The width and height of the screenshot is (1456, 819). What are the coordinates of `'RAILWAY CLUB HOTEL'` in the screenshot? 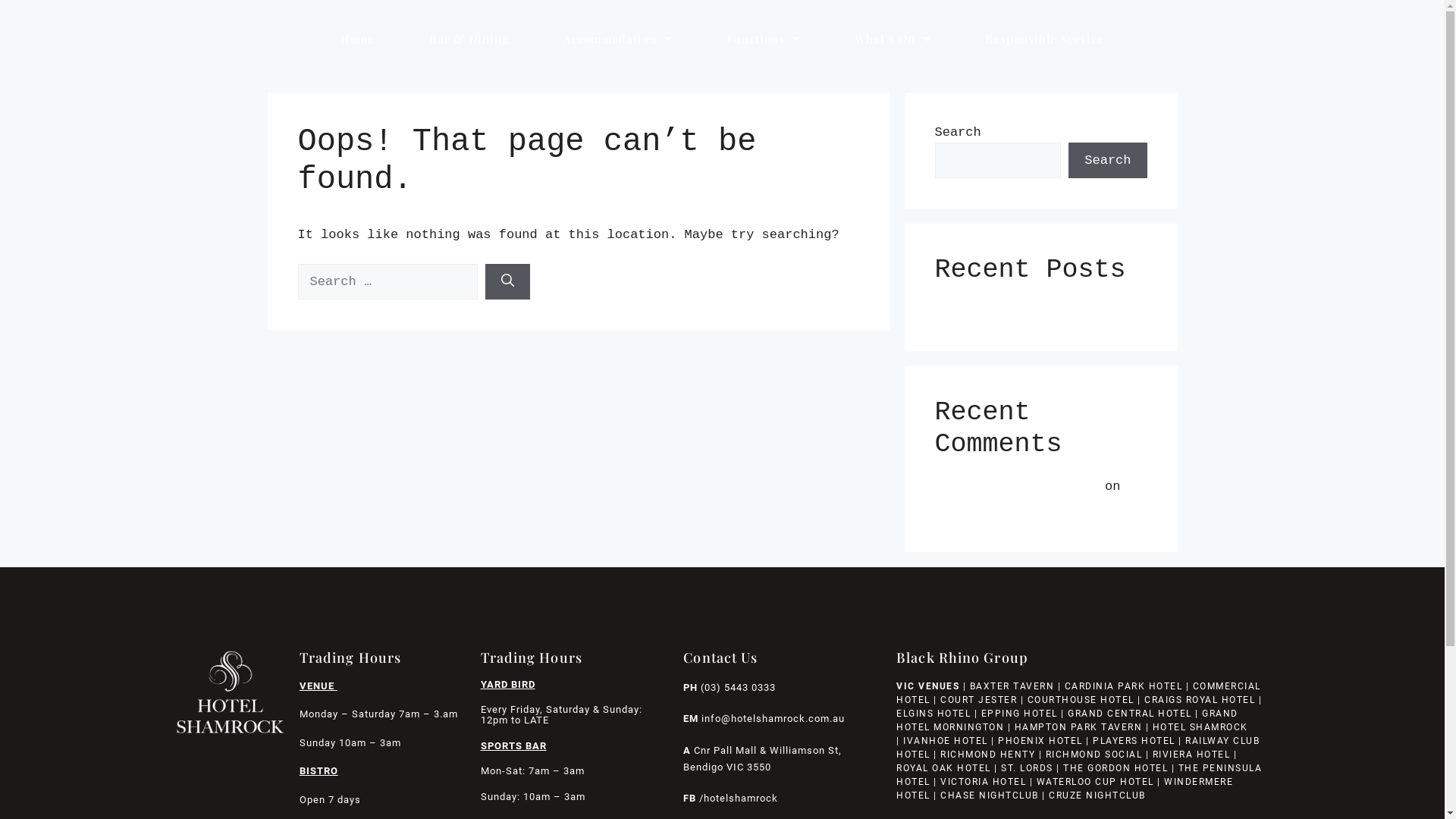 It's located at (1077, 747).